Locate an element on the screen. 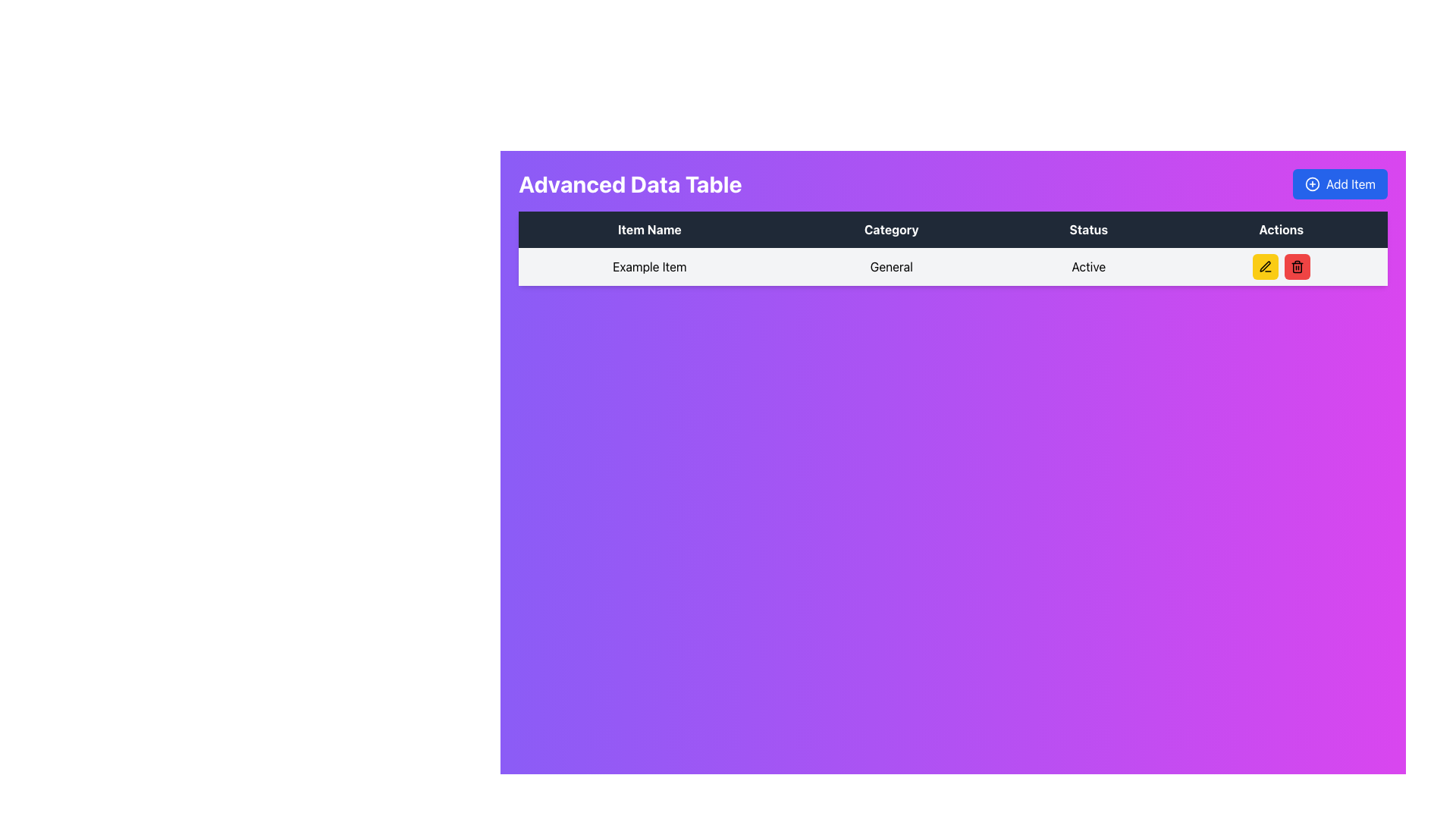  the 'Status' label in the third column of the table header, which precedes the 'Actions' column and follows the 'Item Name' and 'Category' columns is located at coordinates (1087, 230).